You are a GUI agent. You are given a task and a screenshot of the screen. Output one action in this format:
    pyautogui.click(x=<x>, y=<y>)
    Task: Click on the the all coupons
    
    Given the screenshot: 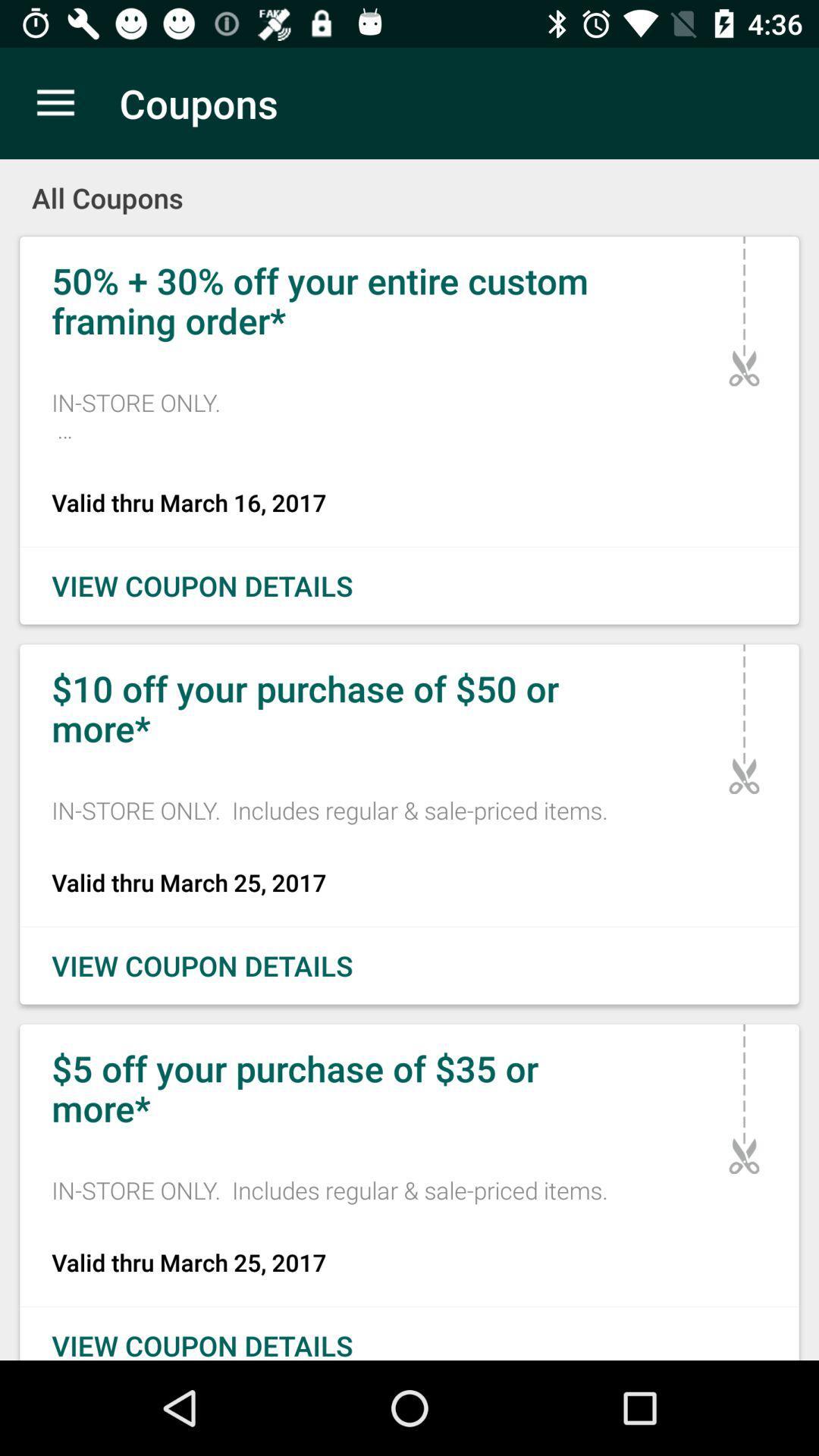 What is the action you would take?
    pyautogui.click(x=409, y=187)
    